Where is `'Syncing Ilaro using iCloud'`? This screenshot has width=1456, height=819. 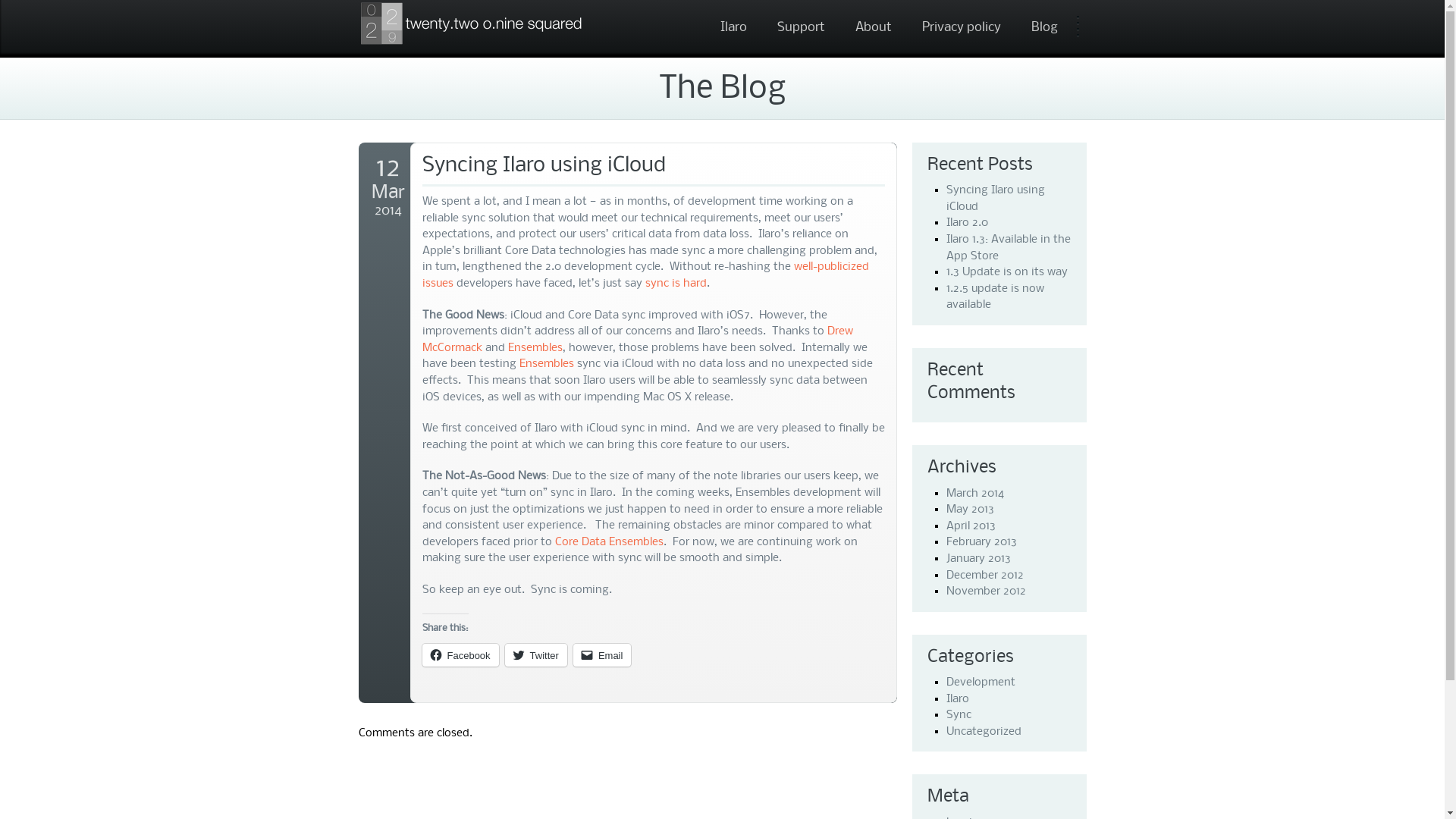 'Syncing Ilaro using iCloud' is located at coordinates (996, 198).